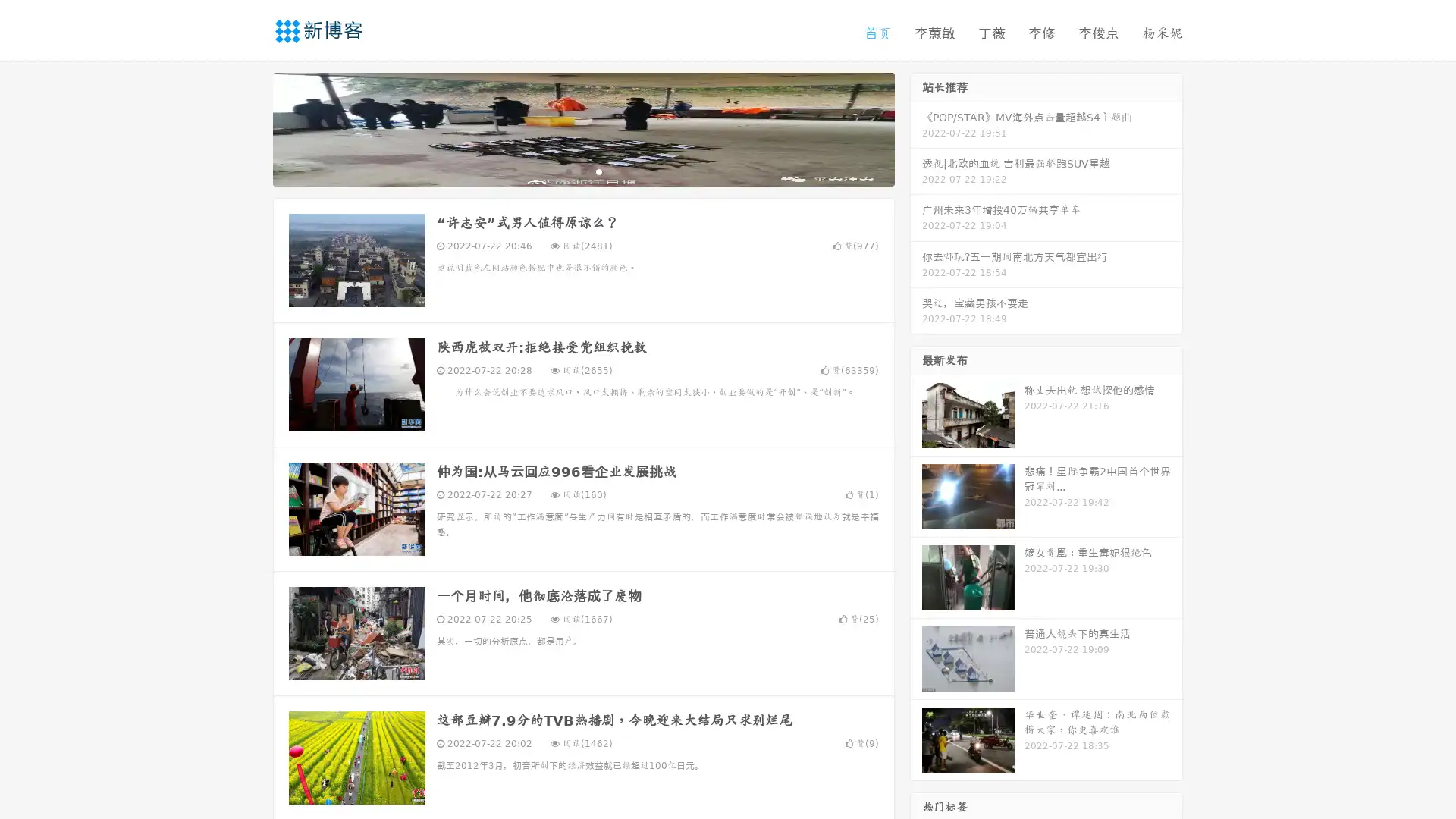  What do you see at coordinates (250, 127) in the screenshot?
I see `Previous slide` at bounding box center [250, 127].